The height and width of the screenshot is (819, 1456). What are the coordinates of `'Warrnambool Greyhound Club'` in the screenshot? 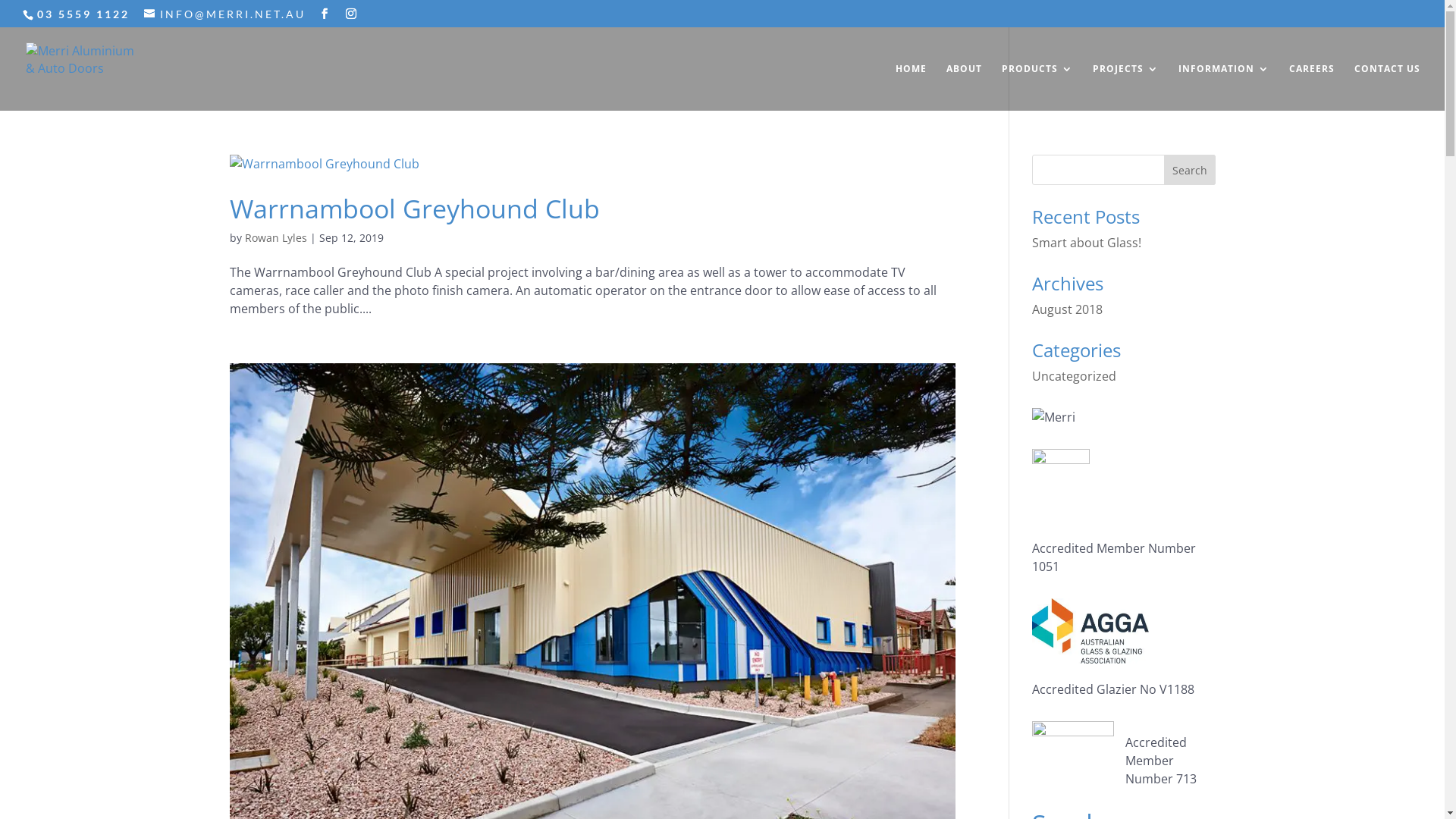 It's located at (228, 208).